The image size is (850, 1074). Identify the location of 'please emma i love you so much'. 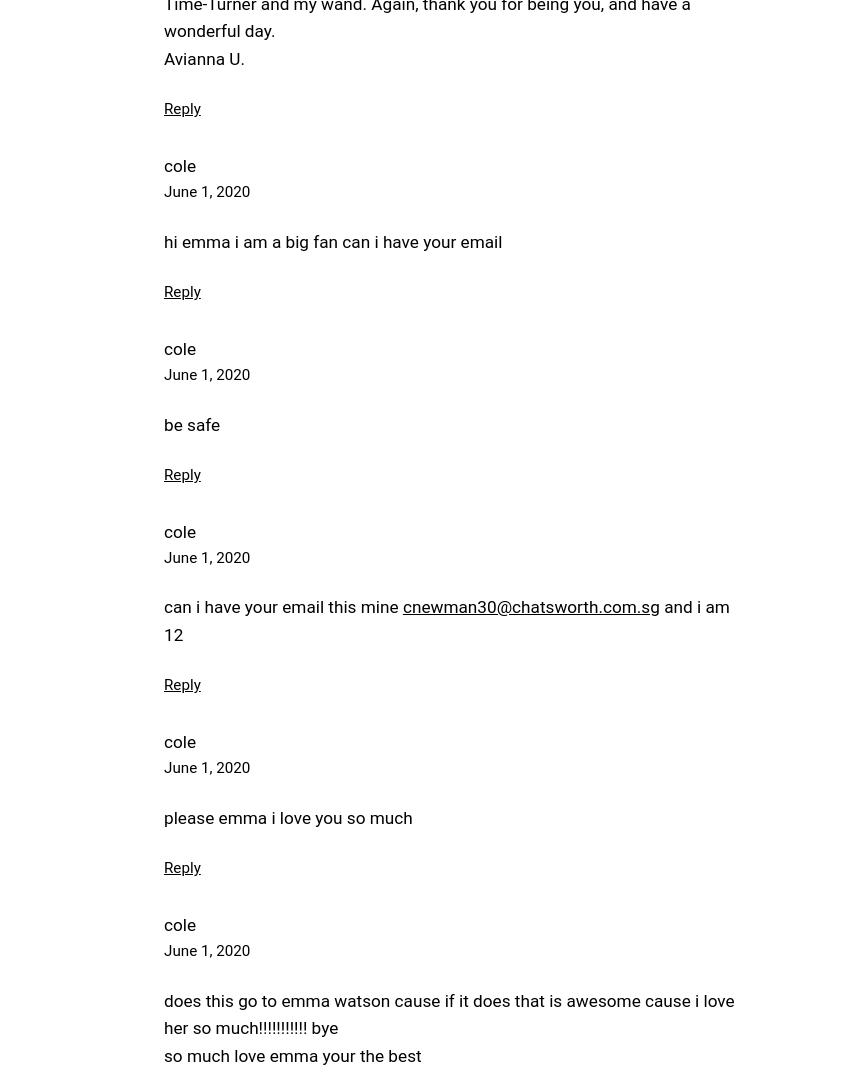
(286, 816).